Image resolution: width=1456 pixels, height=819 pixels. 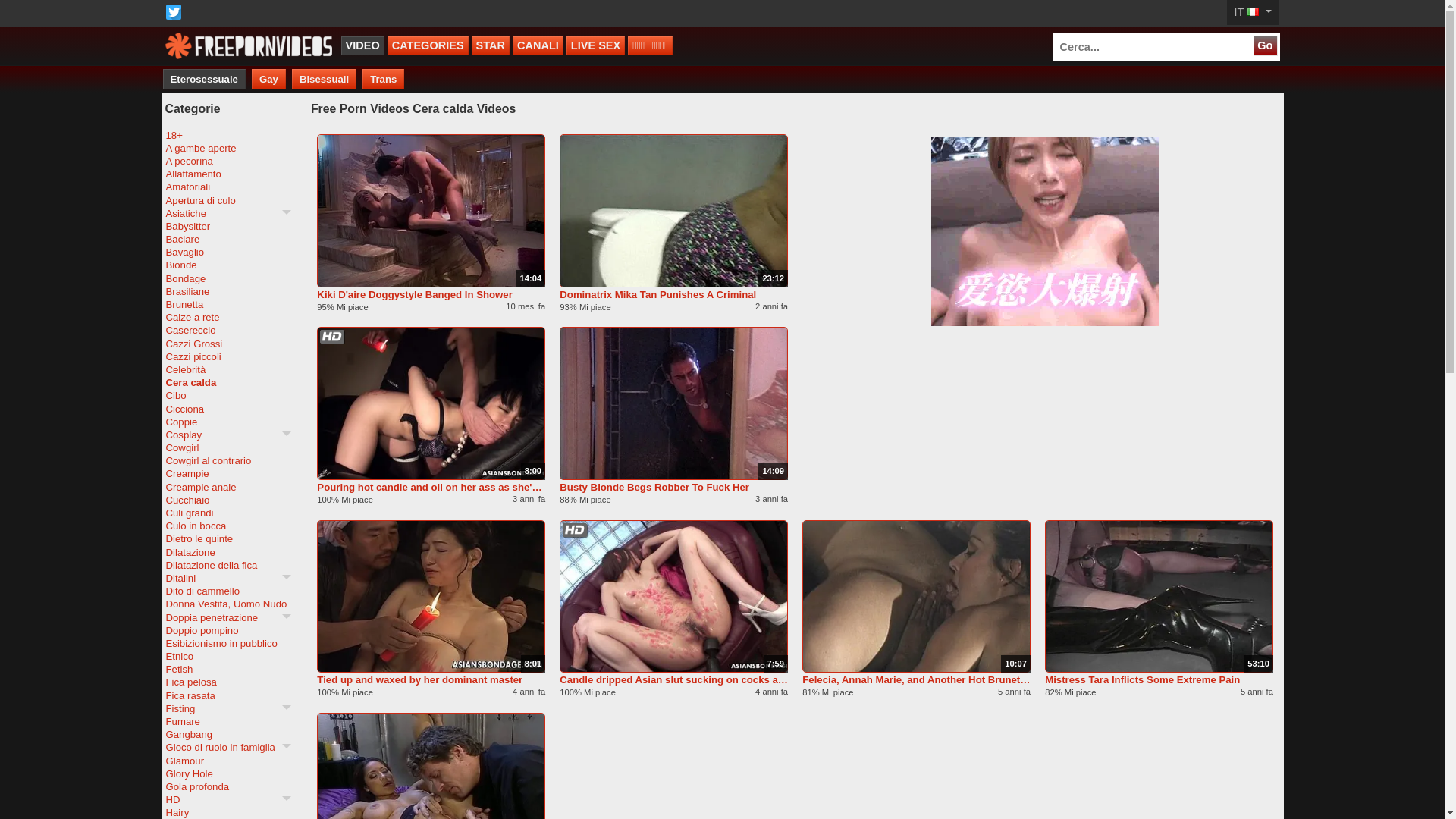 I want to click on 'Cazzi Grossi', so click(x=227, y=344).